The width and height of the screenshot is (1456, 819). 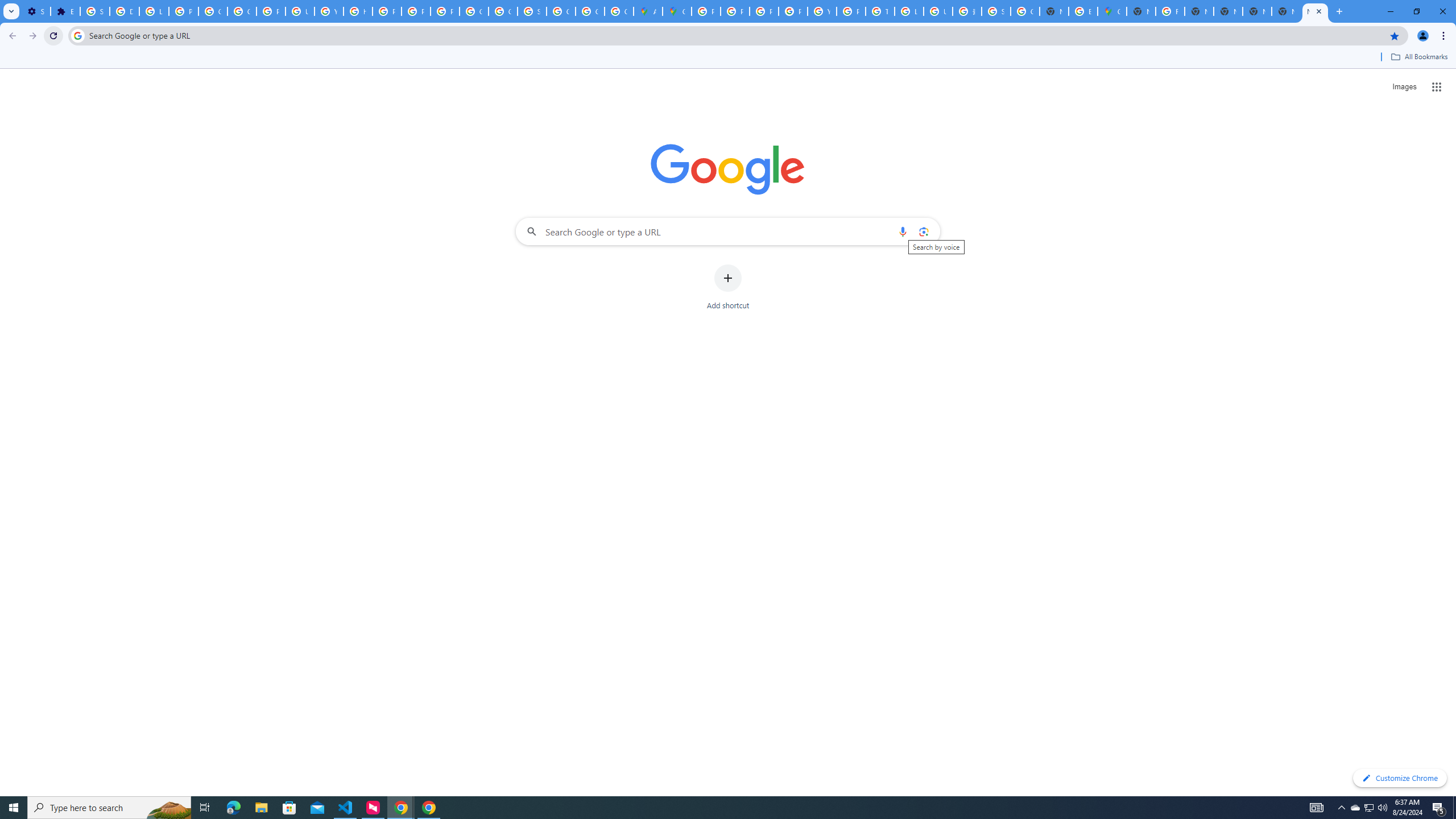 I want to click on 'Sign in - Google Accounts', so click(x=95, y=11).